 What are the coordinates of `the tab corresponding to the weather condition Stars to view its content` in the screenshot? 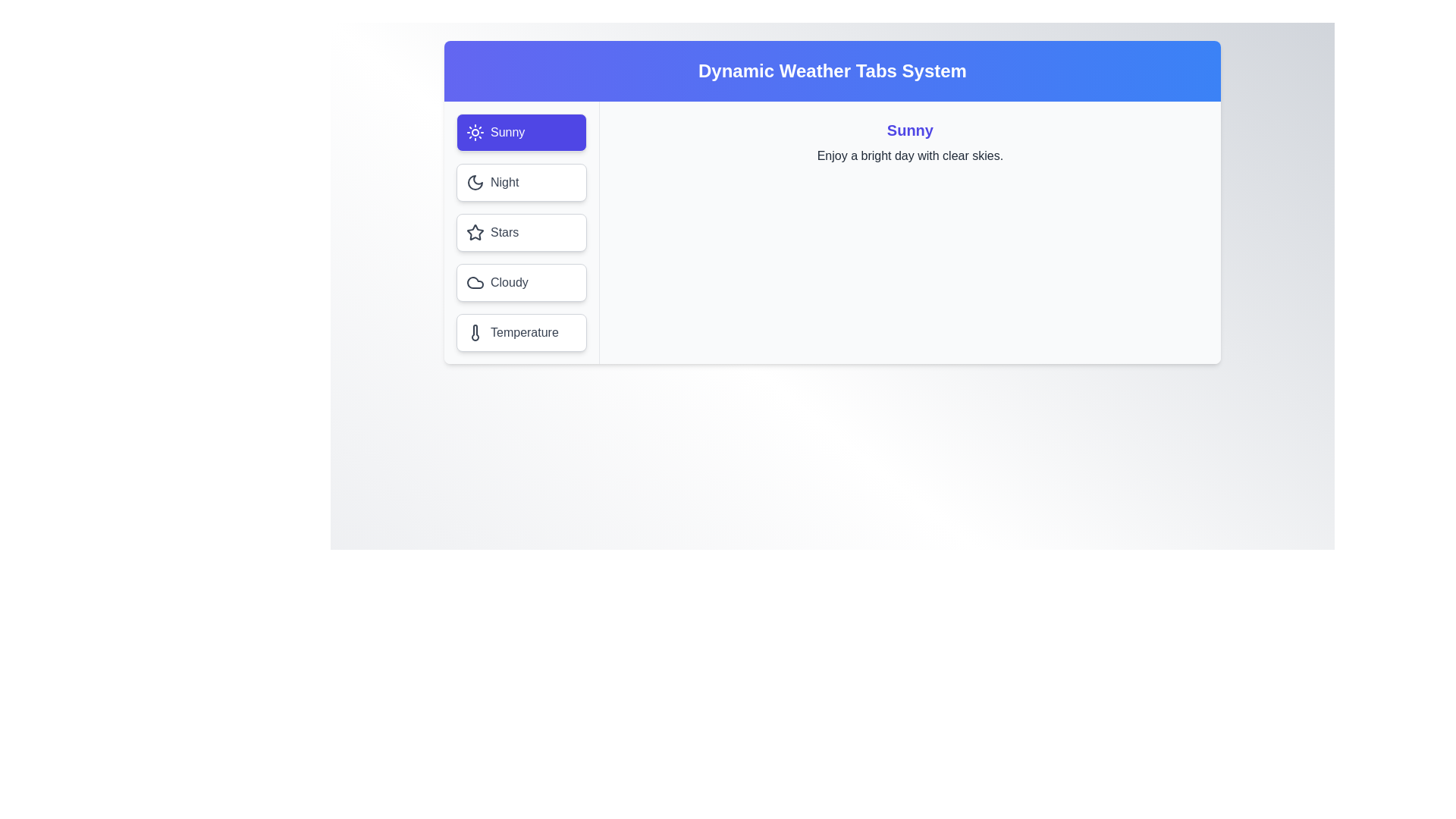 It's located at (520, 233).